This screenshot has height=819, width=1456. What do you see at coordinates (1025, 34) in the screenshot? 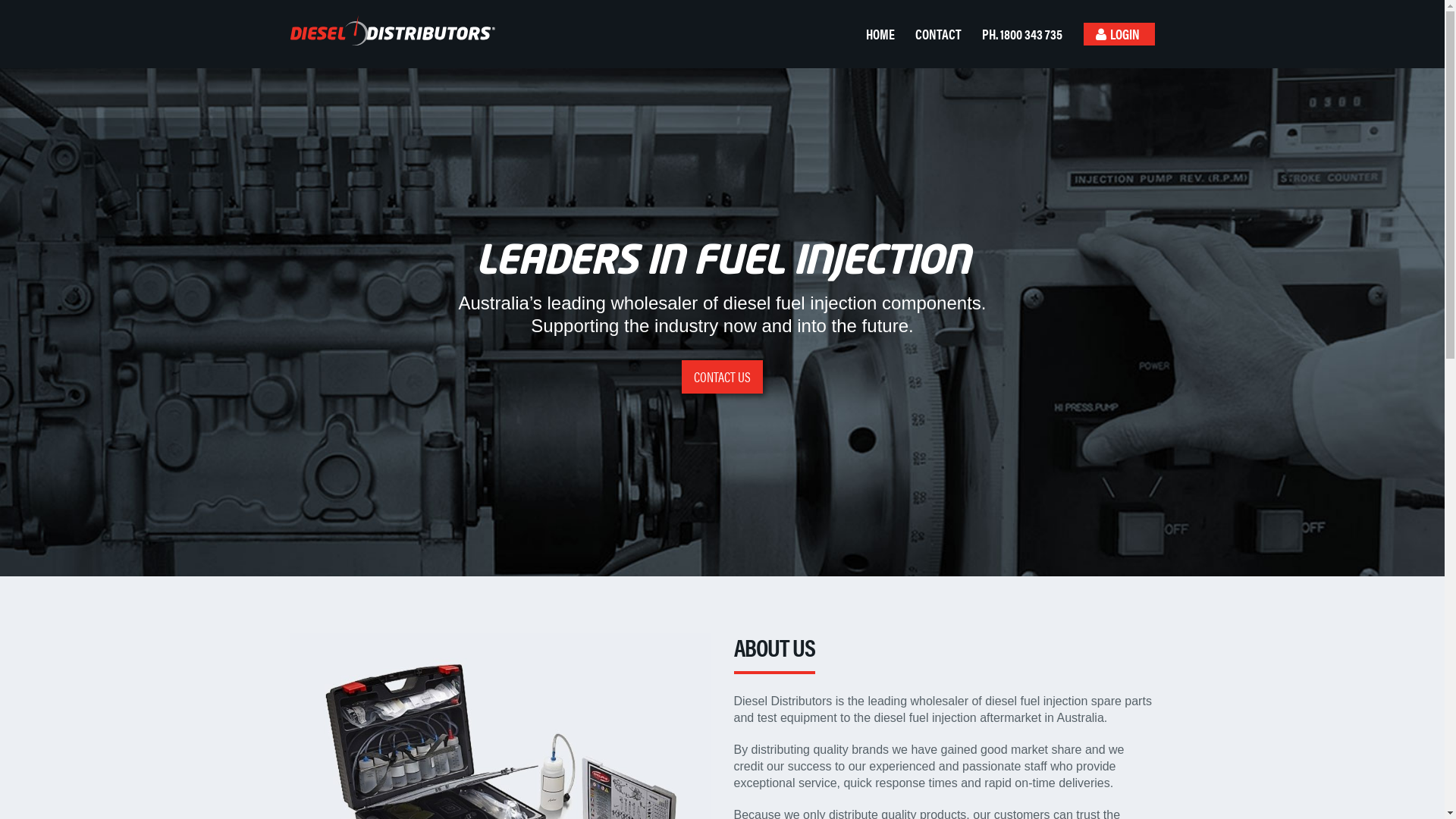
I see `'PH. 1800 343 735'` at bounding box center [1025, 34].